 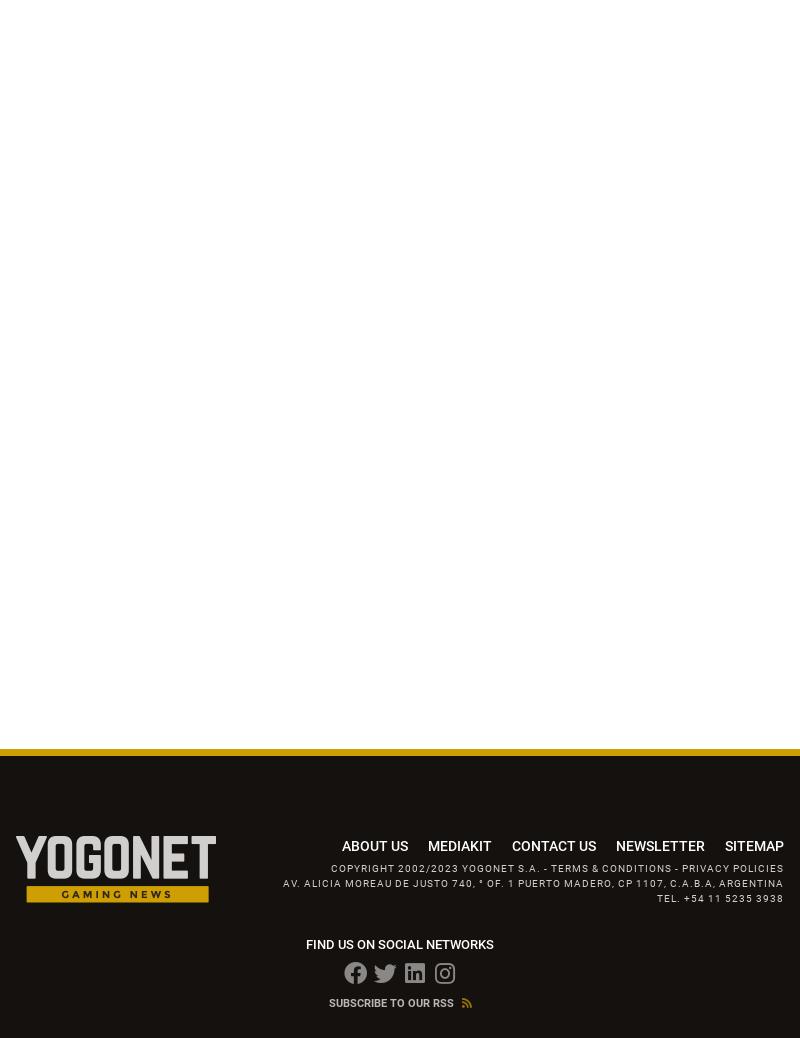 I want to click on 'Privacy Policies', so click(x=732, y=867).